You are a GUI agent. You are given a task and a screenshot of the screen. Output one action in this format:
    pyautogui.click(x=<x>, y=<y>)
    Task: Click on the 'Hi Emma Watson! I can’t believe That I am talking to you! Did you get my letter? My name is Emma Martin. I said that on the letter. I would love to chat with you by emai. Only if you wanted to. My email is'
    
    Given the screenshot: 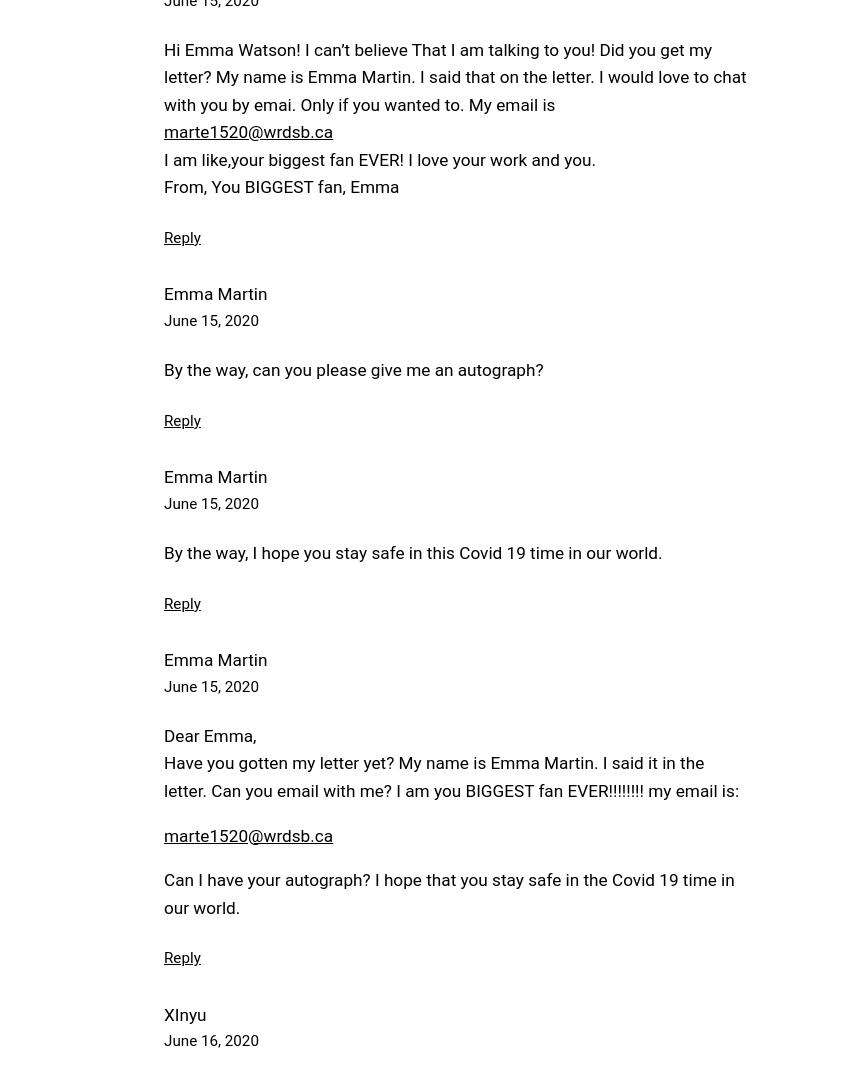 What is the action you would take?
    pyautogui.click(x=454, y=76)
    